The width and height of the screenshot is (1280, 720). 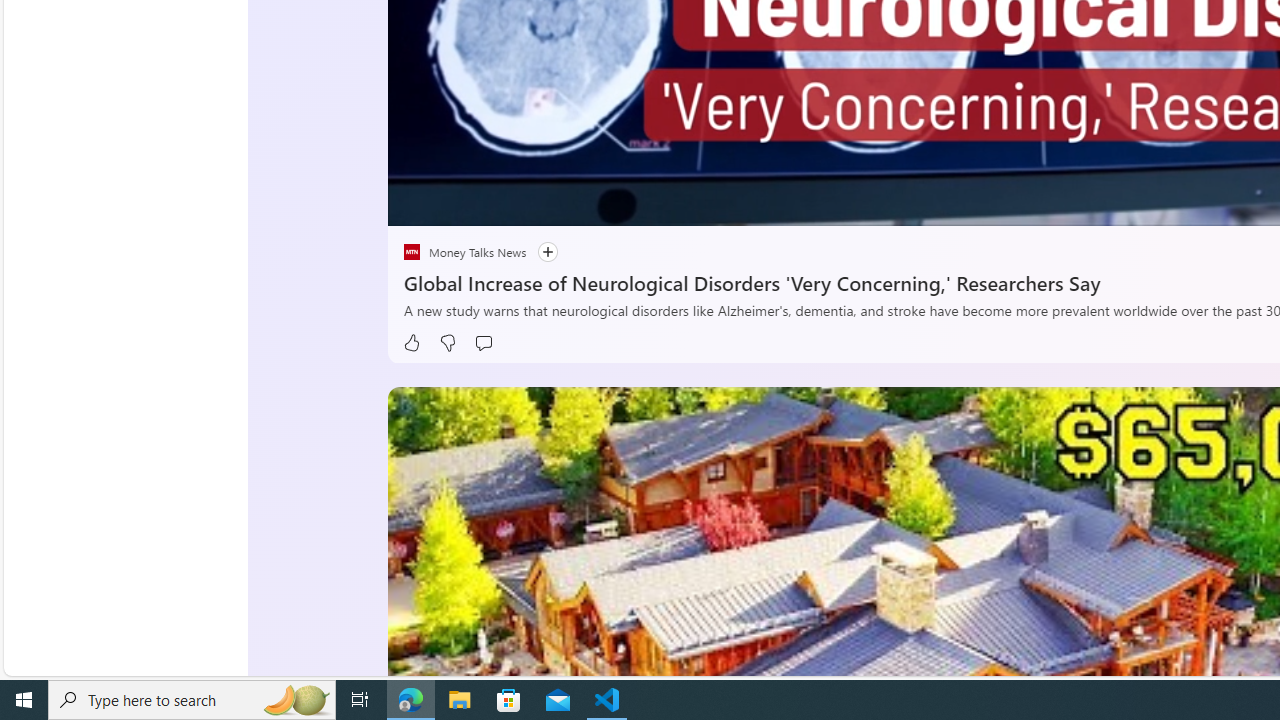 I want to click on 'placeholder', so click(x=411, y=251).